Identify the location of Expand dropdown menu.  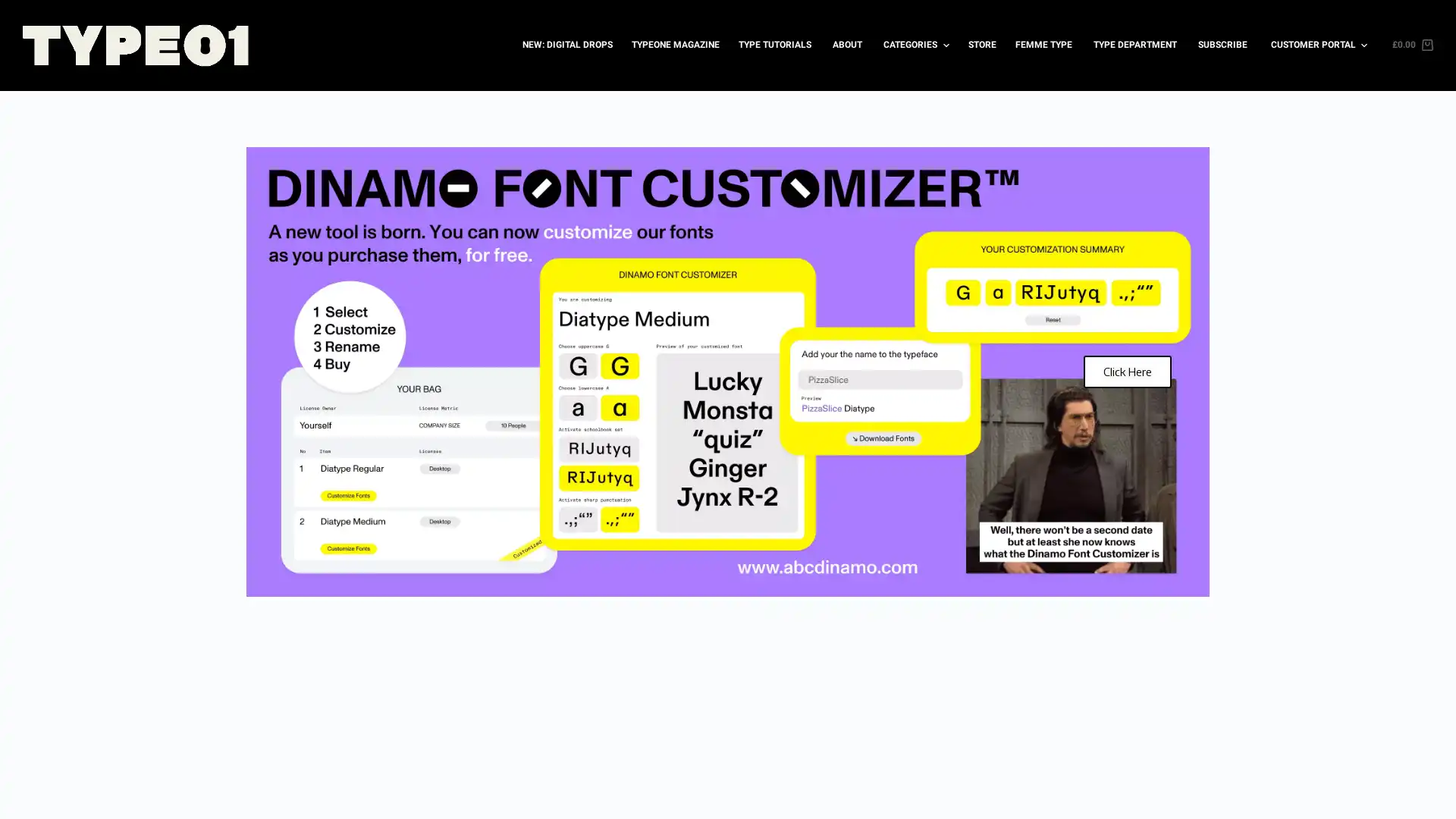
(1364, 45).